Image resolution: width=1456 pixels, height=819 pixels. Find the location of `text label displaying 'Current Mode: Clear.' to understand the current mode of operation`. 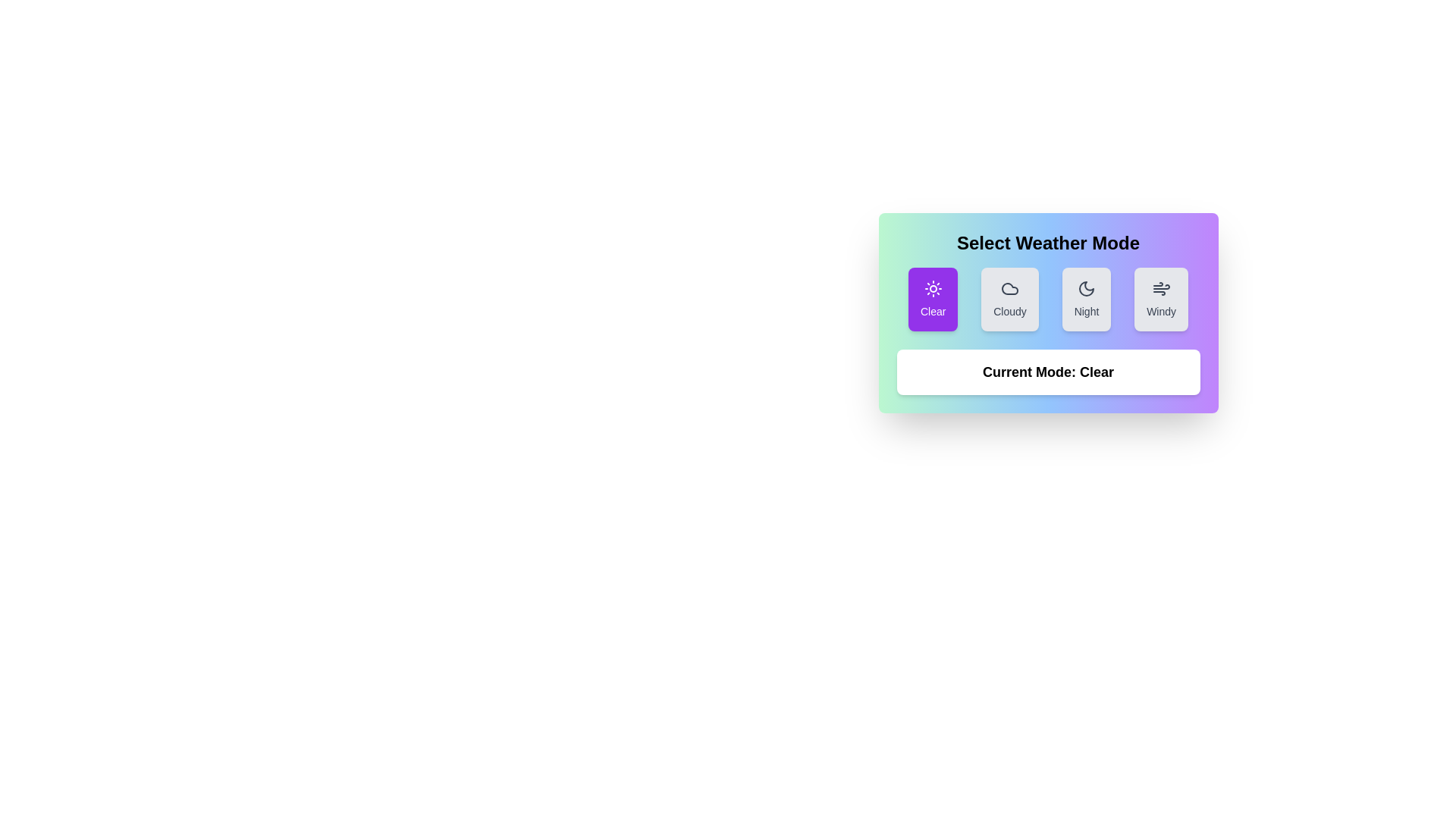

text label displaying 'Current Mode: Clear.' to understand the current mode of operation is located at coordinates (1047, 372).